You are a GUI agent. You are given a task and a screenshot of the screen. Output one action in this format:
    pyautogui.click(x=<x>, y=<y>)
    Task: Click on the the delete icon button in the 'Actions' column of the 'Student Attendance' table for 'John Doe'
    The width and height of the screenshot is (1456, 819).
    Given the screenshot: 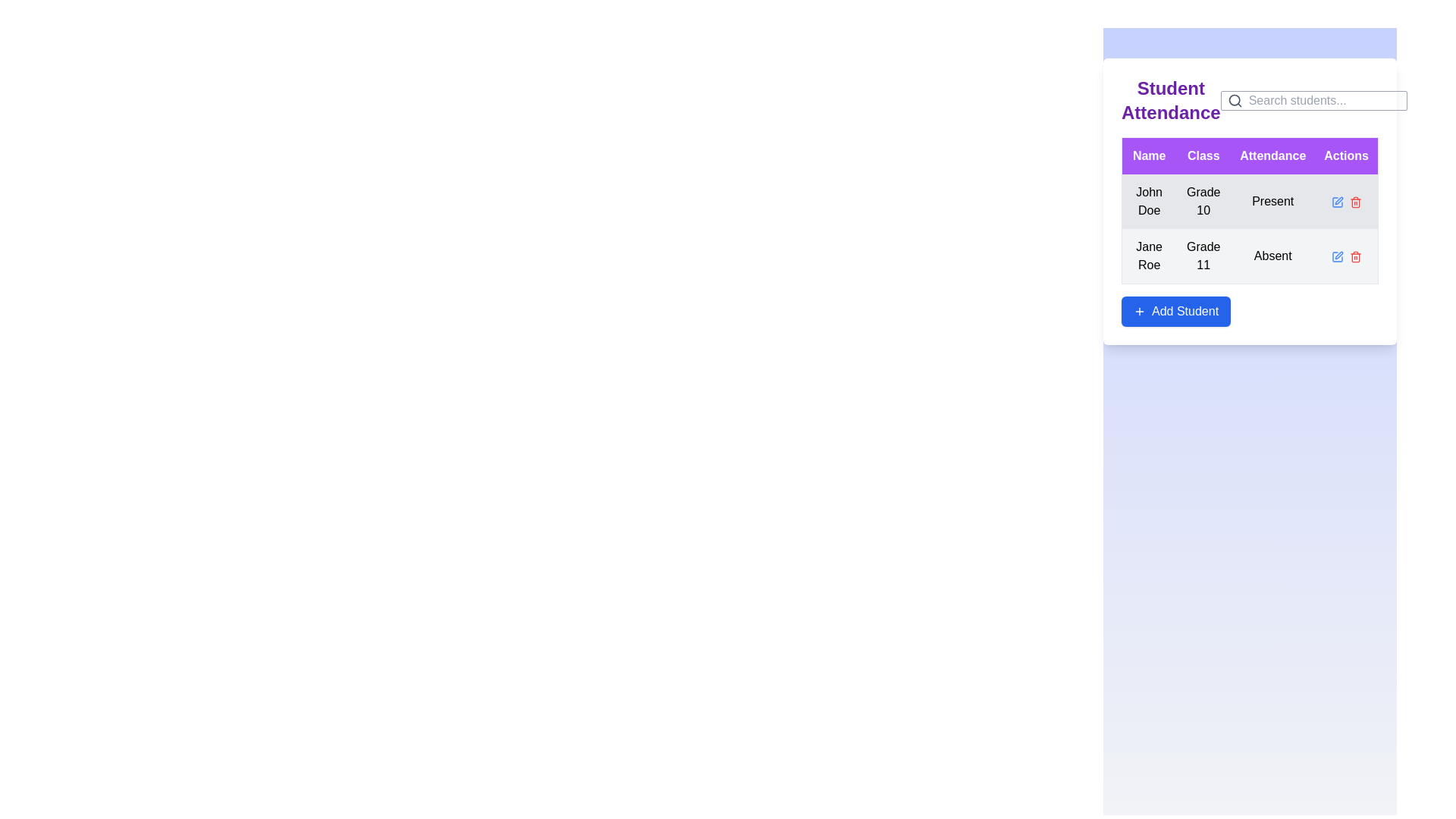 What is the action you would take?
    pyautogui.click(x=1355, y=201)
    